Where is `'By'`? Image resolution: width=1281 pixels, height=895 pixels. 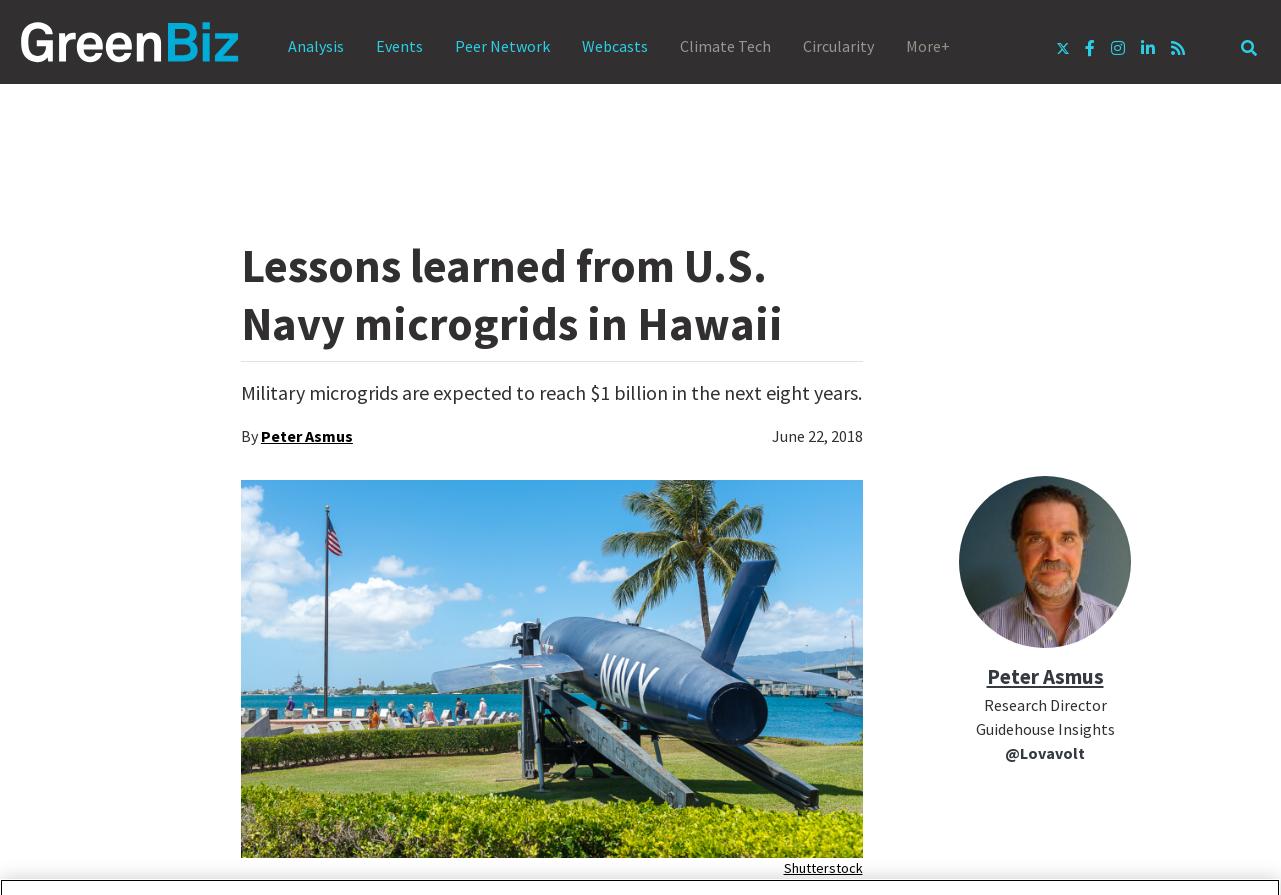 'By' is located at coordinates (250, 436).